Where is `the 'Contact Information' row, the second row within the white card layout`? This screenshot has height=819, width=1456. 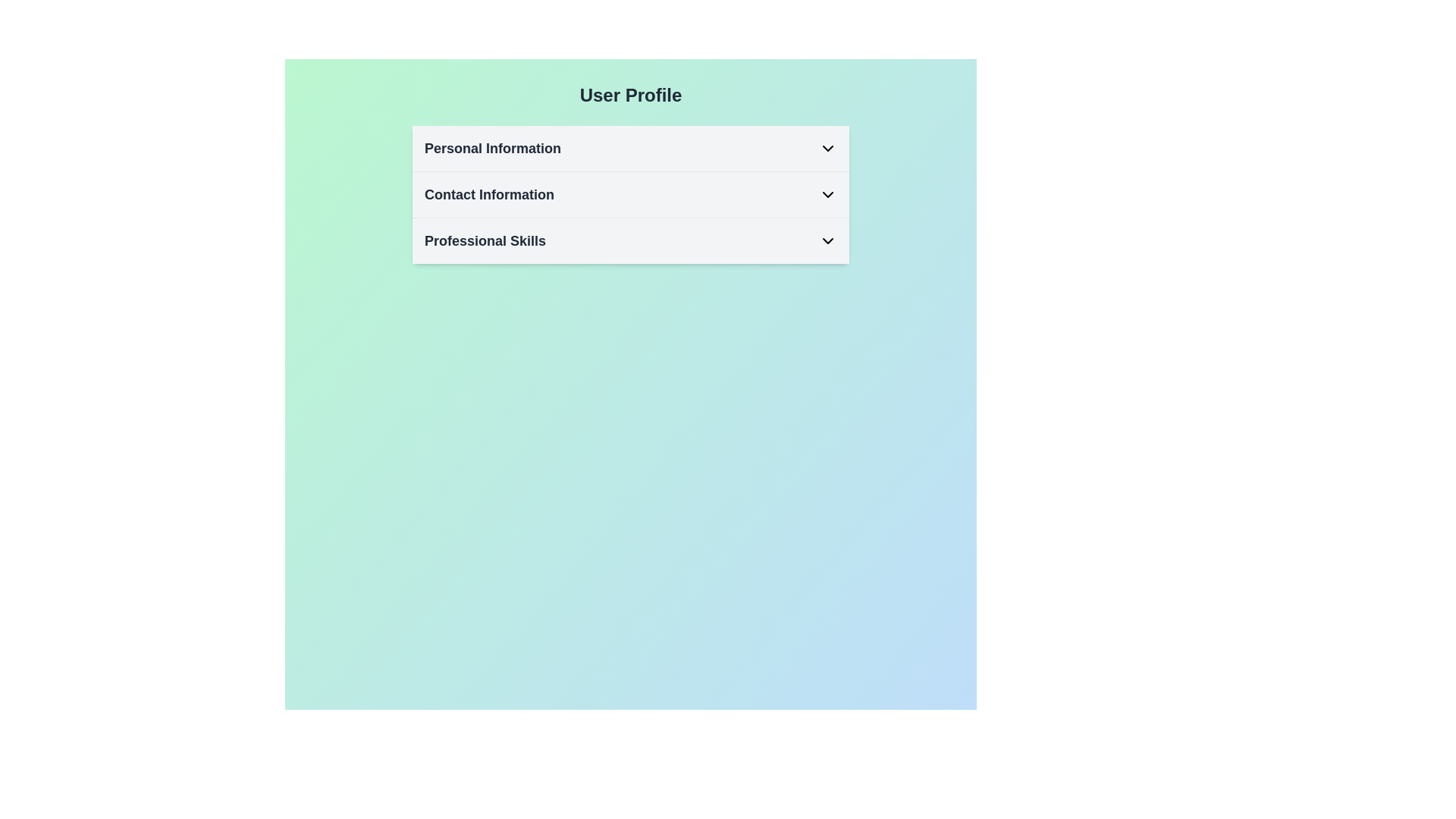
the 'Contact Information' row, the second row within the white card layout is located at coordinates (630, 194).